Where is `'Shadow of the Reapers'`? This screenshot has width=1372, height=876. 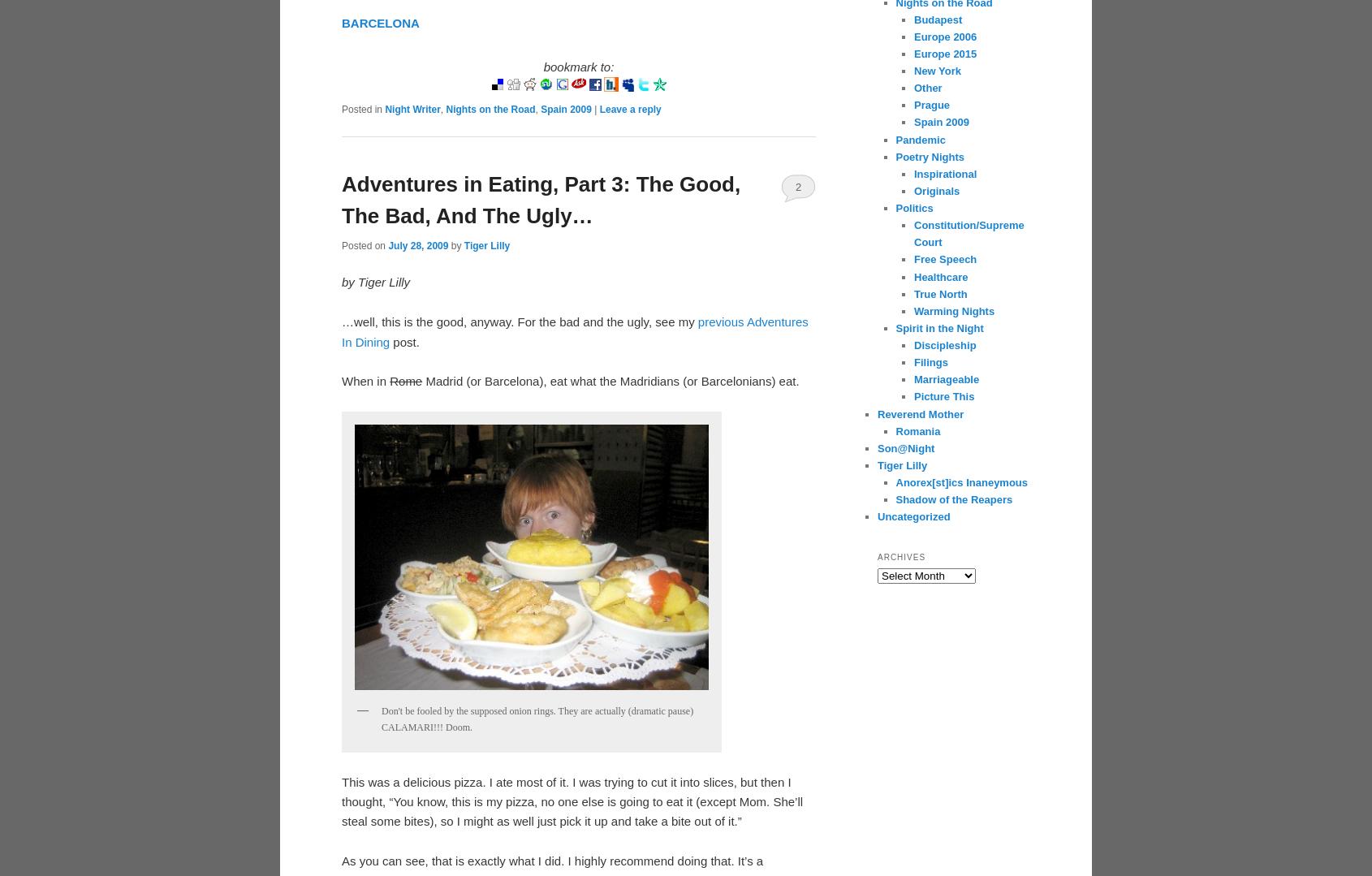 'Shadow of the Reapers' is located at coordinates (954, 499).